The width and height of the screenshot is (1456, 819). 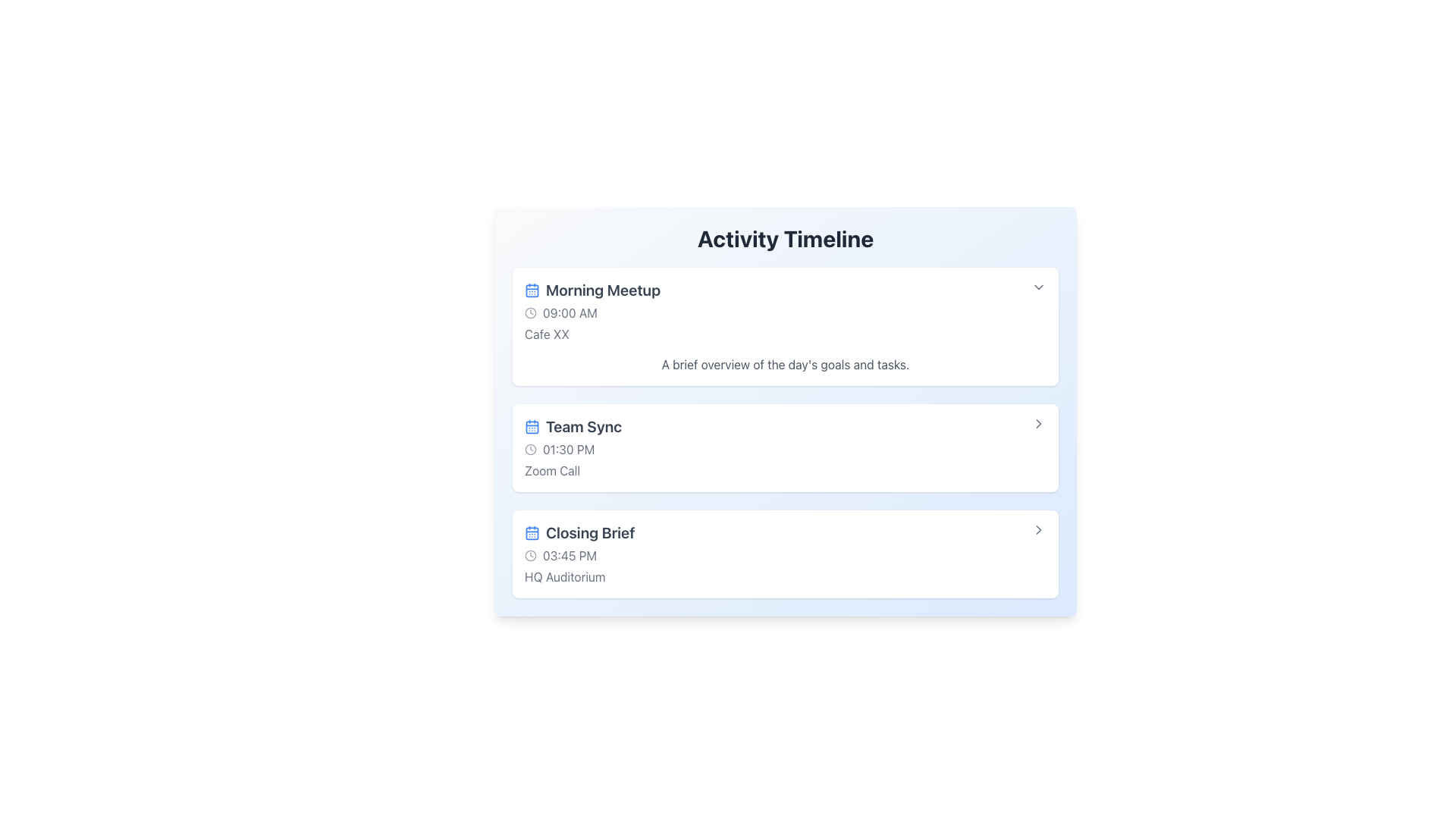 I want to click on text label containing 'A brief overview of the day's goals and tasks.' located at the bottom of the 'Morning Meetup' entry in the 'Activity Timeline', so click(x=786, y=365).